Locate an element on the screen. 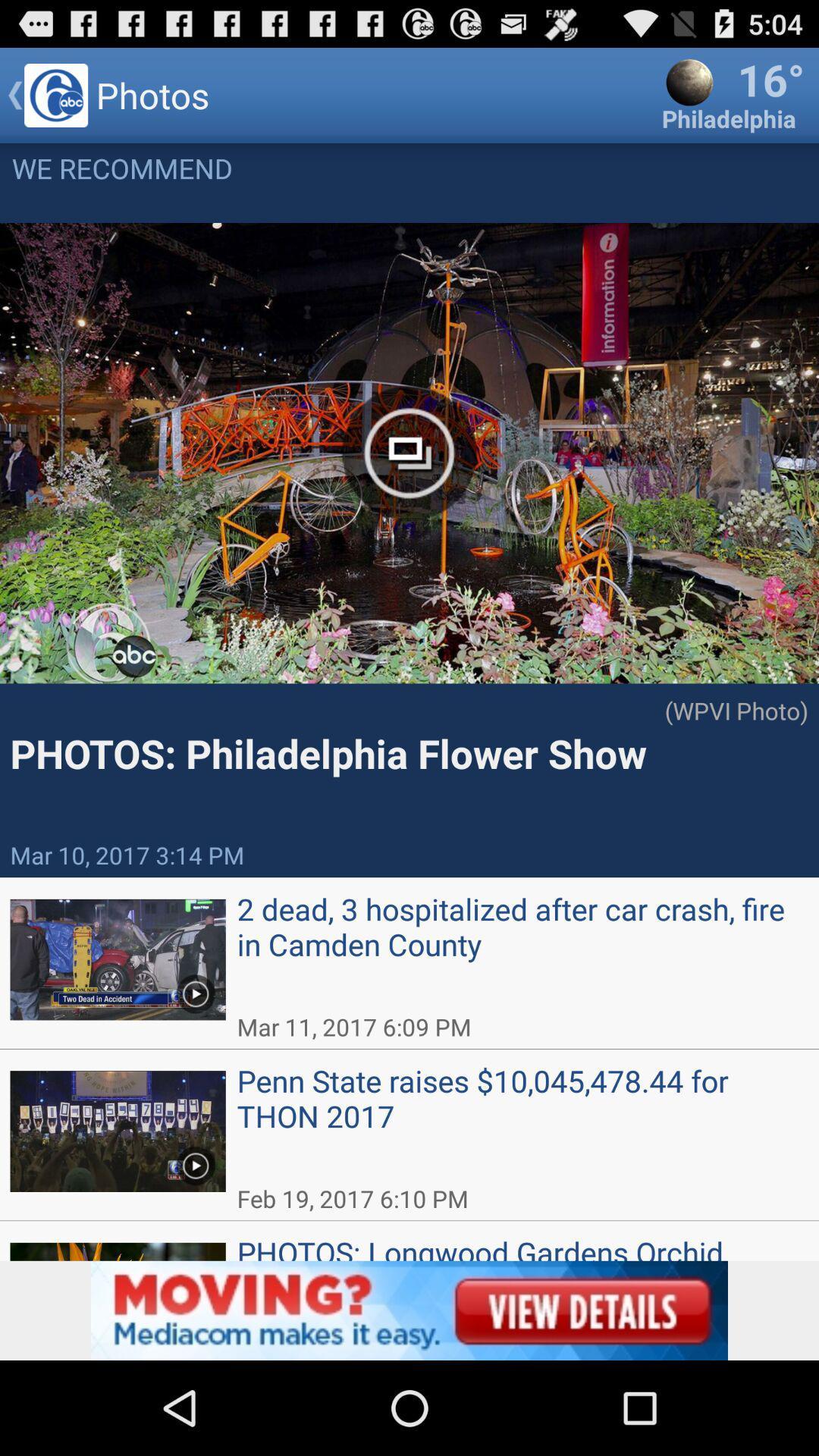 This screenshot has height=1456, width=819. advertisement is located at coordinates (409, 1310).